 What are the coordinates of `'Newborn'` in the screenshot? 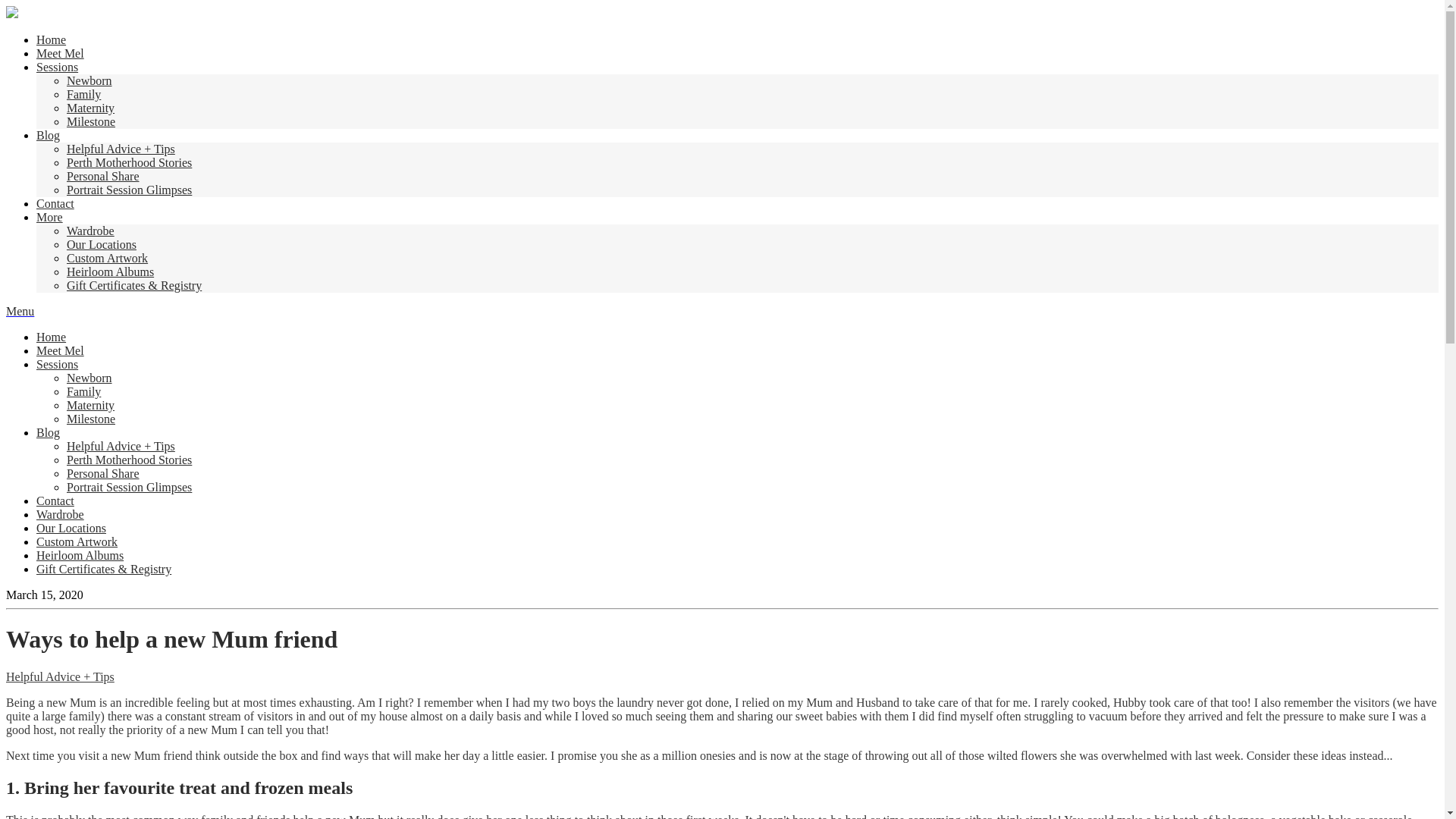 It's located at (65, 80).